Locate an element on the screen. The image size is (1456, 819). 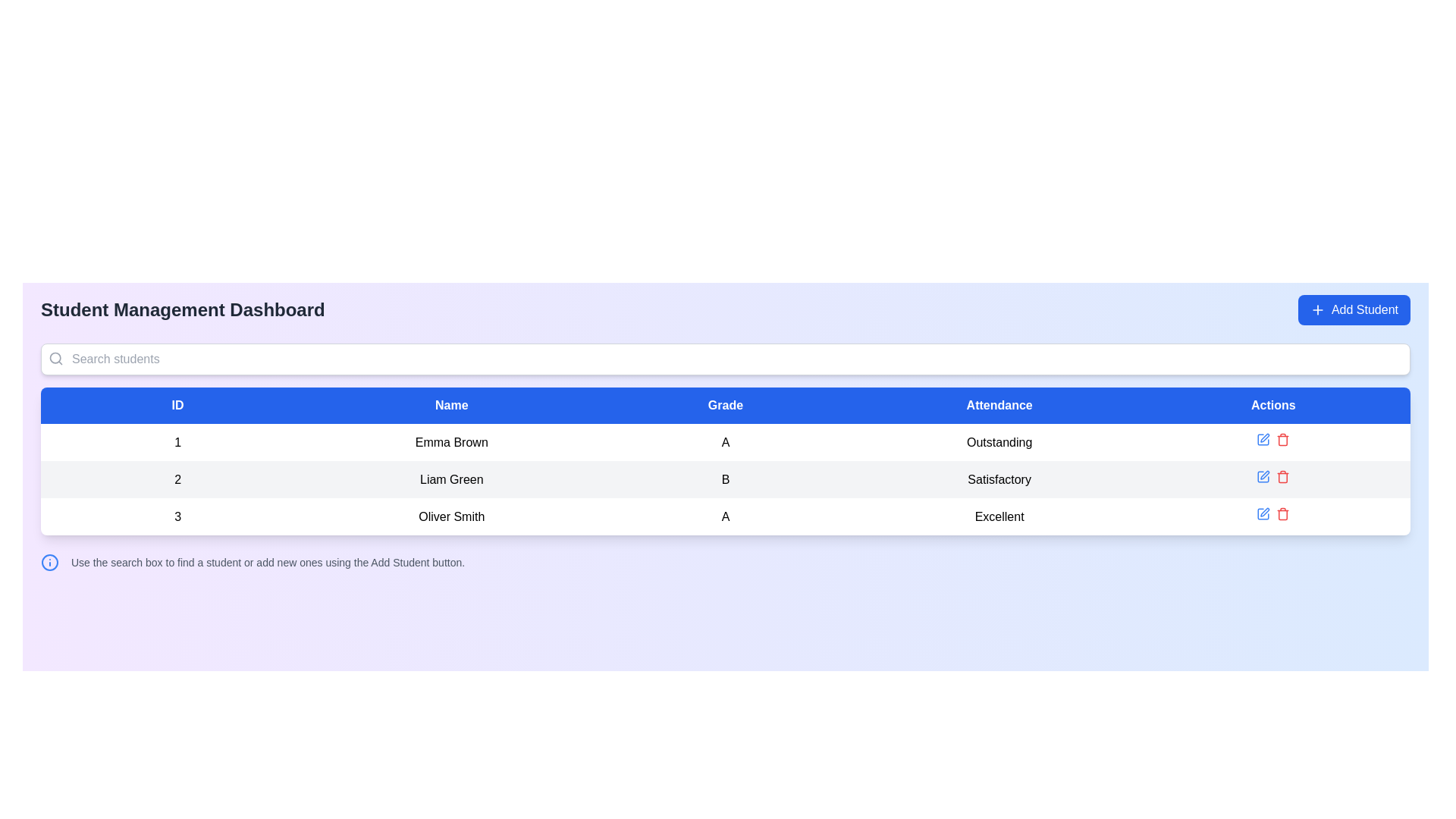
the blue icon button with a pencil graphic located in the second row of the 'Actions' column is located at coordinates (1263, 475).